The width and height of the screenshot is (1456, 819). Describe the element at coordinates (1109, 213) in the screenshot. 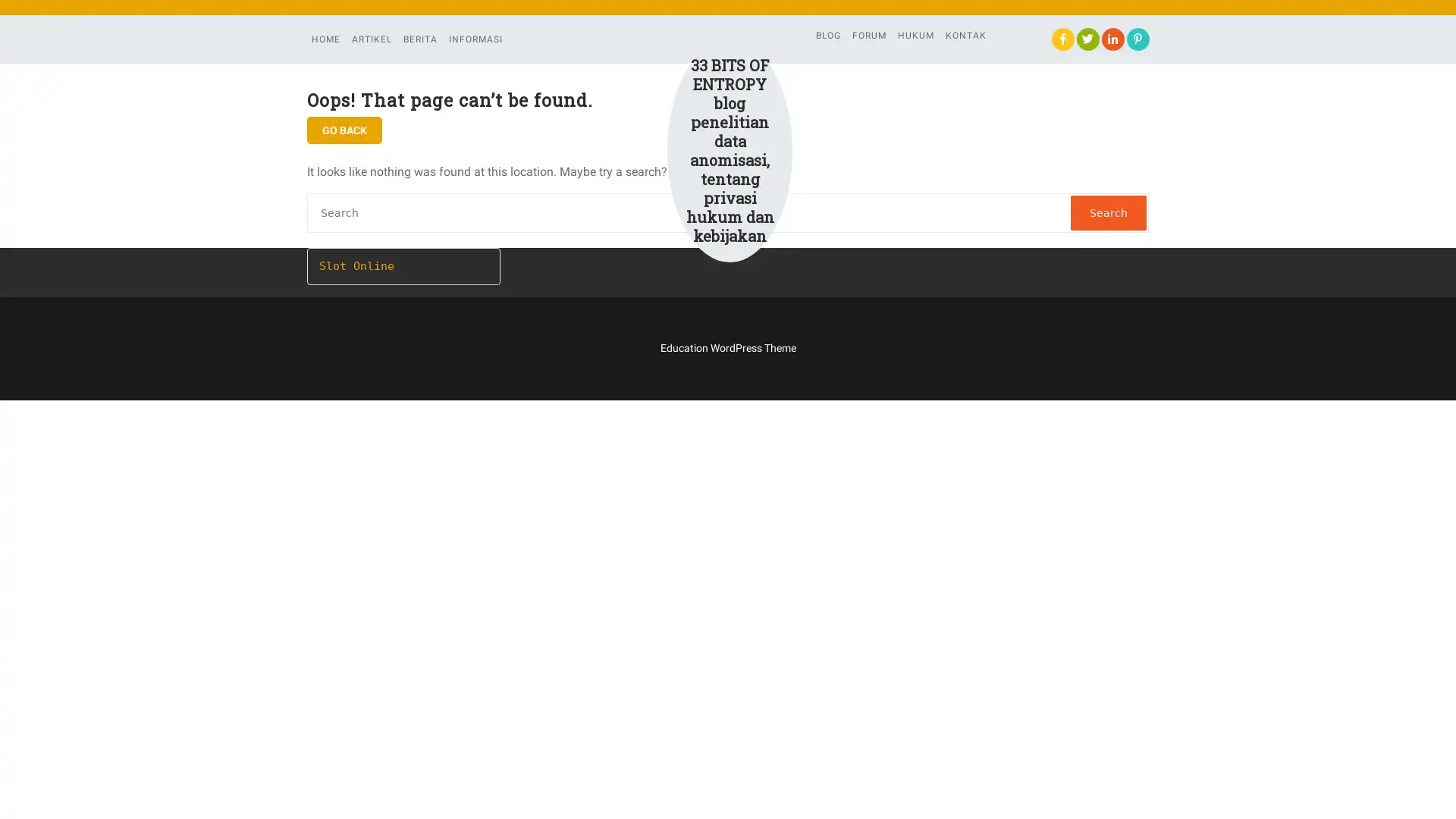

I see `Search` at that location.